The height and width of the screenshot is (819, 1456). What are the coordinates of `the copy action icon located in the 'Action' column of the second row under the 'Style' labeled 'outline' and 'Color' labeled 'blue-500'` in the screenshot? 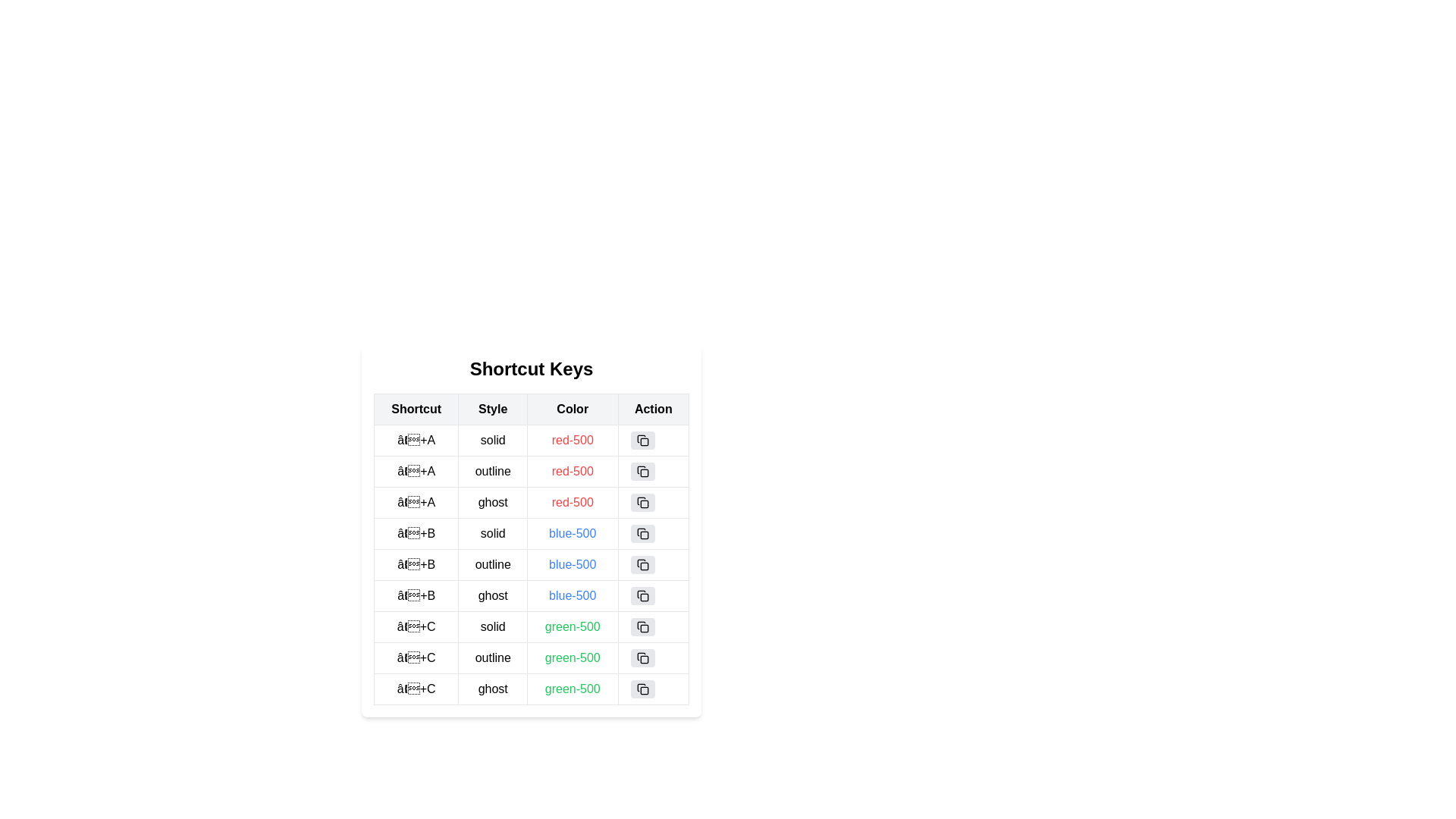 It's located at (642, 564).